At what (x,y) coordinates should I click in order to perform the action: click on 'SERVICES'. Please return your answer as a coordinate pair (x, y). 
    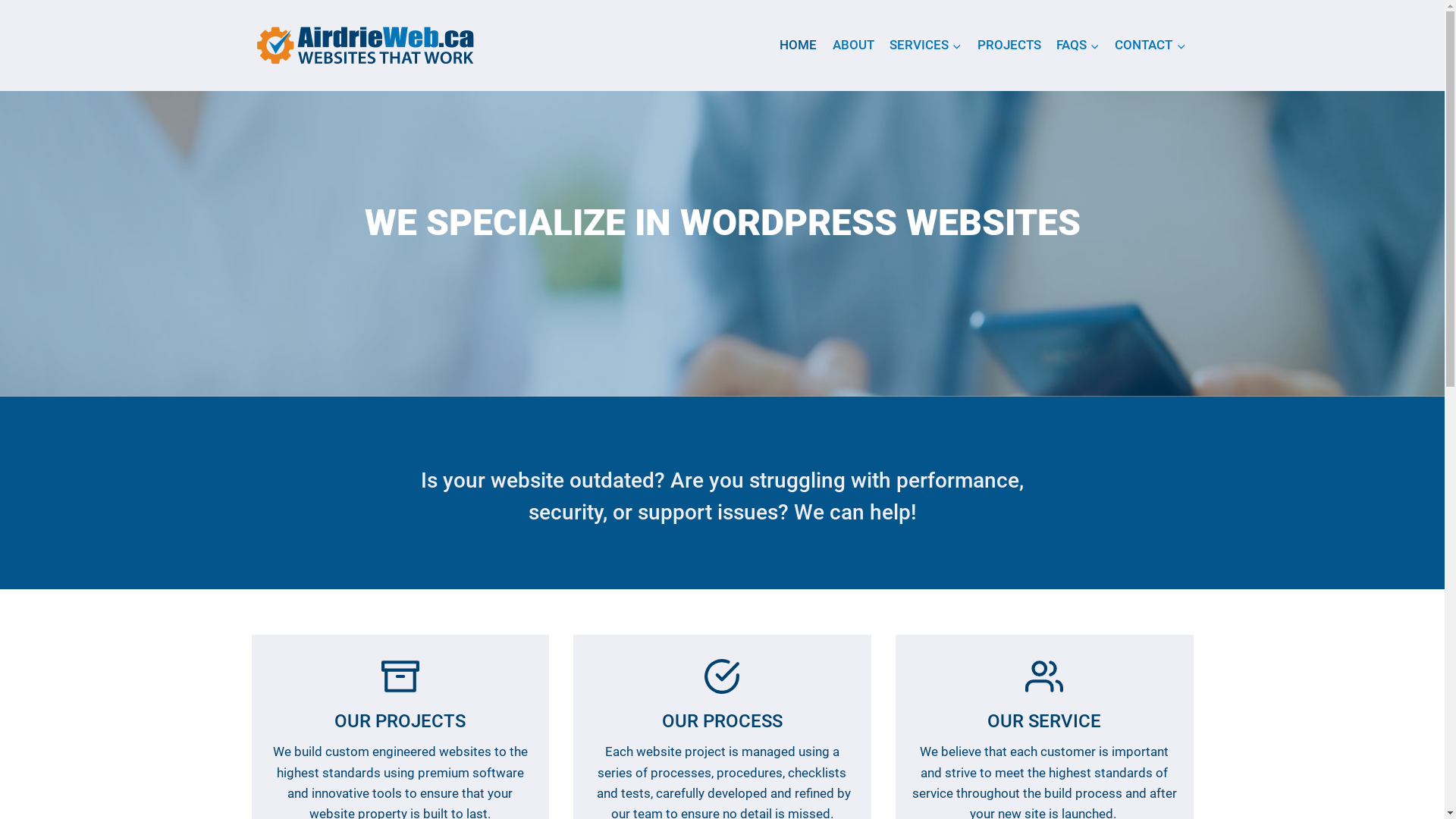
    Looking at the image, I should click on (881, 45).